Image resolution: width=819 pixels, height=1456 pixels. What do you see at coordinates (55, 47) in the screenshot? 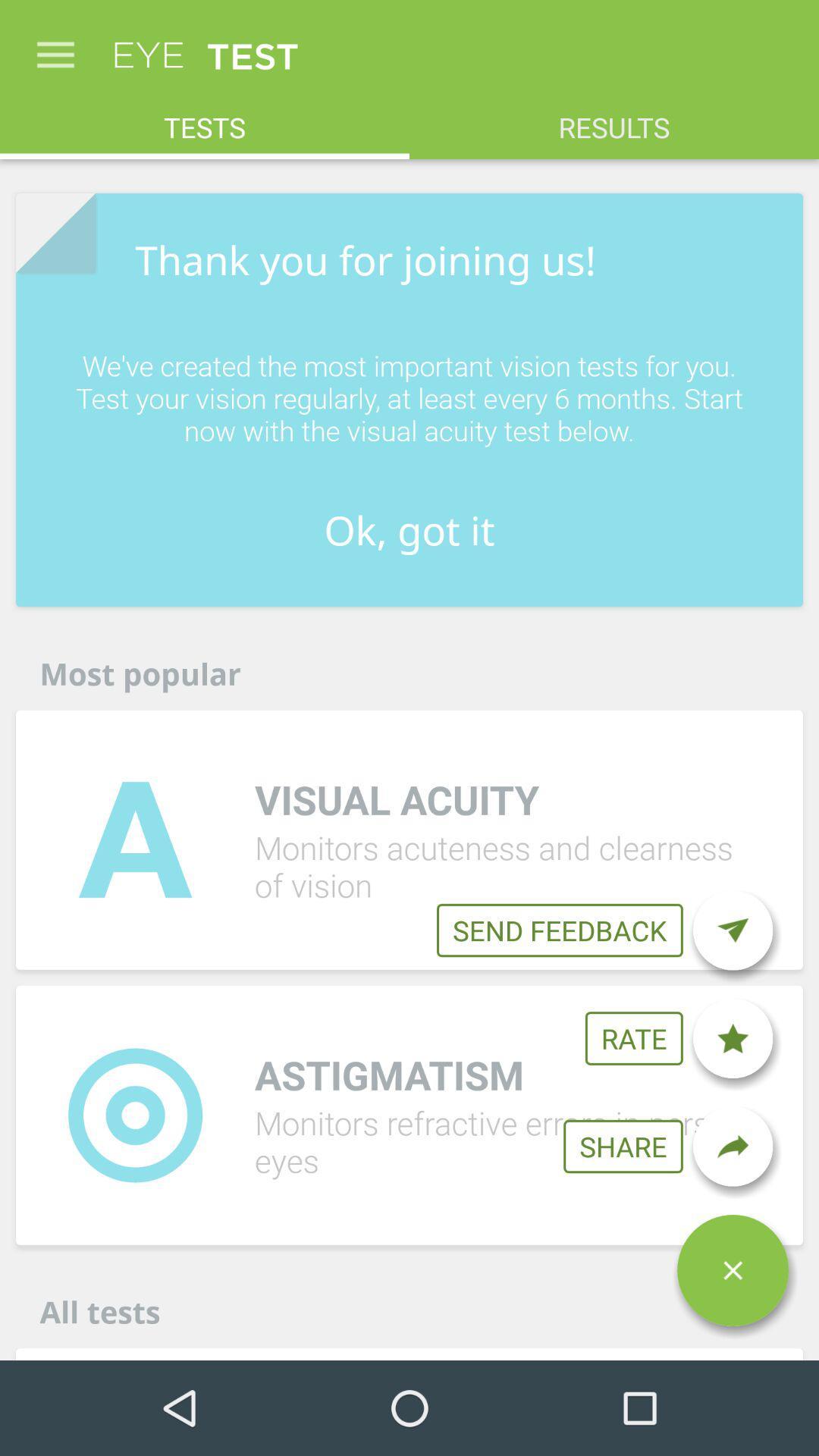
I see `the icon to the left of the eye` at bounding box center [55, 47].